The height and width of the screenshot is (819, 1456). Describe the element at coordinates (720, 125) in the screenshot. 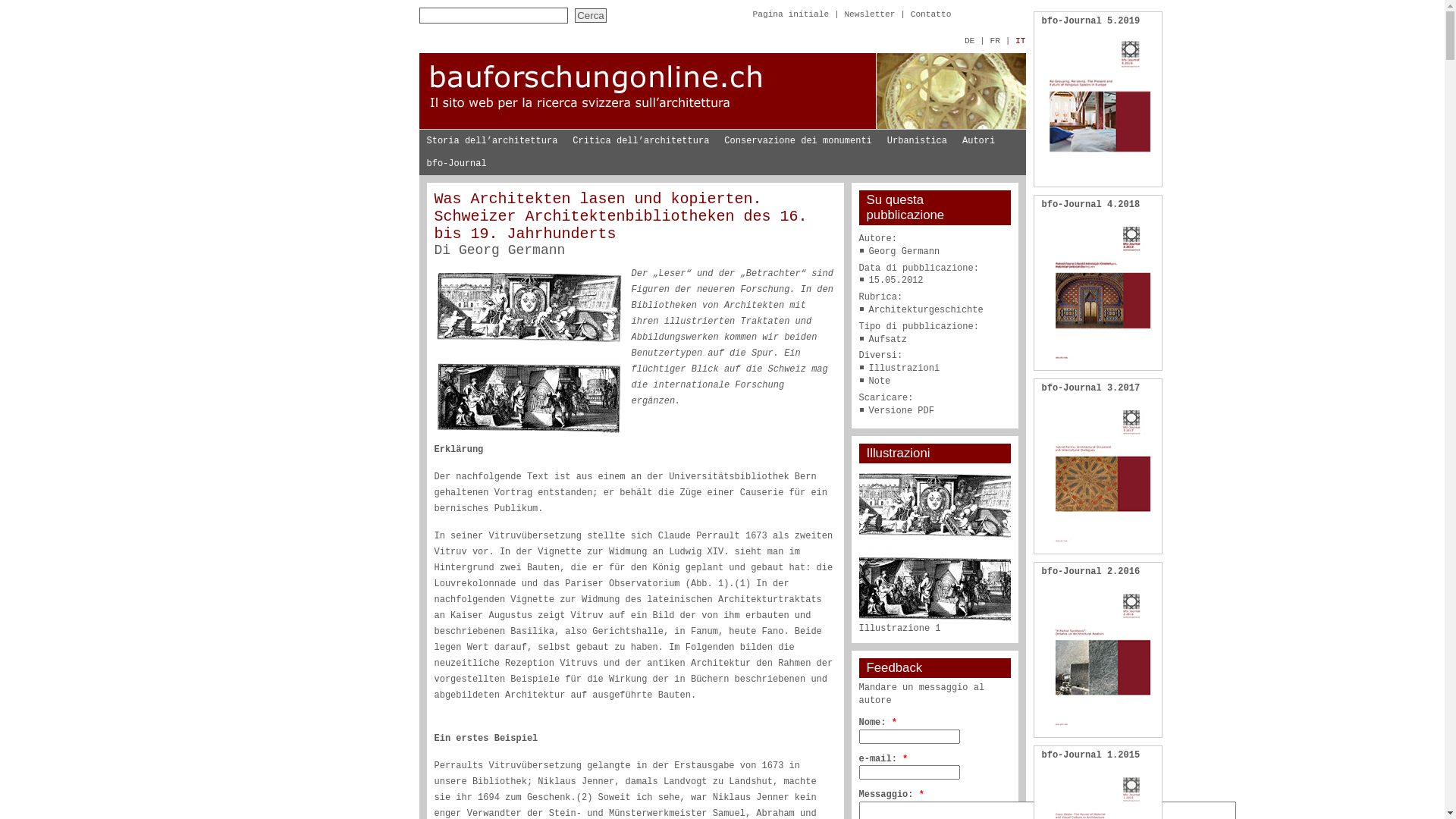

I see `'Home'` at that location.